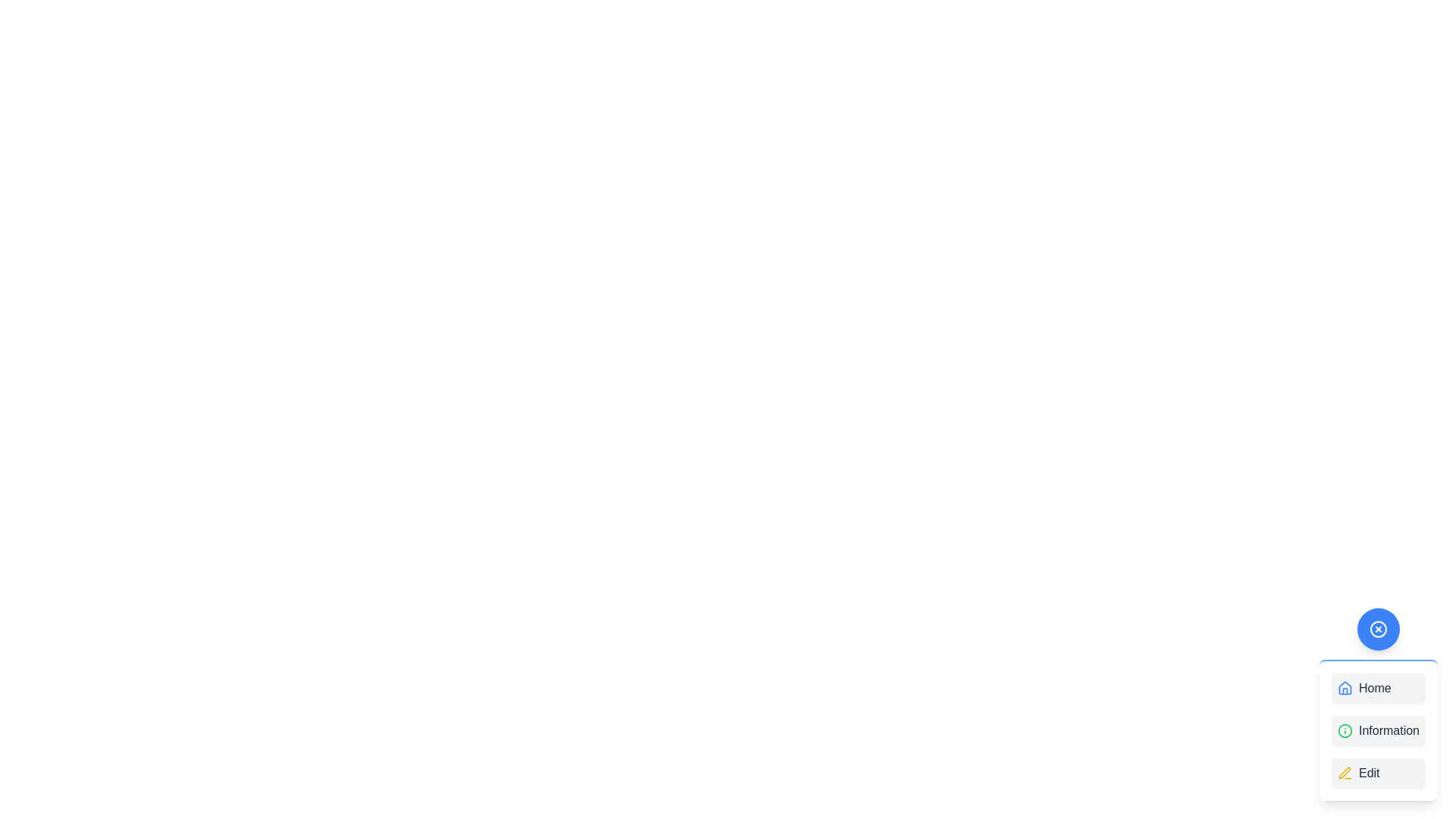 This screenshot has width=1456, height=819. Describe the element at coordinates (1219, 503) in the screenshot. I see `the 'Edit' option in the menu element with a white background and blue border` at that location.